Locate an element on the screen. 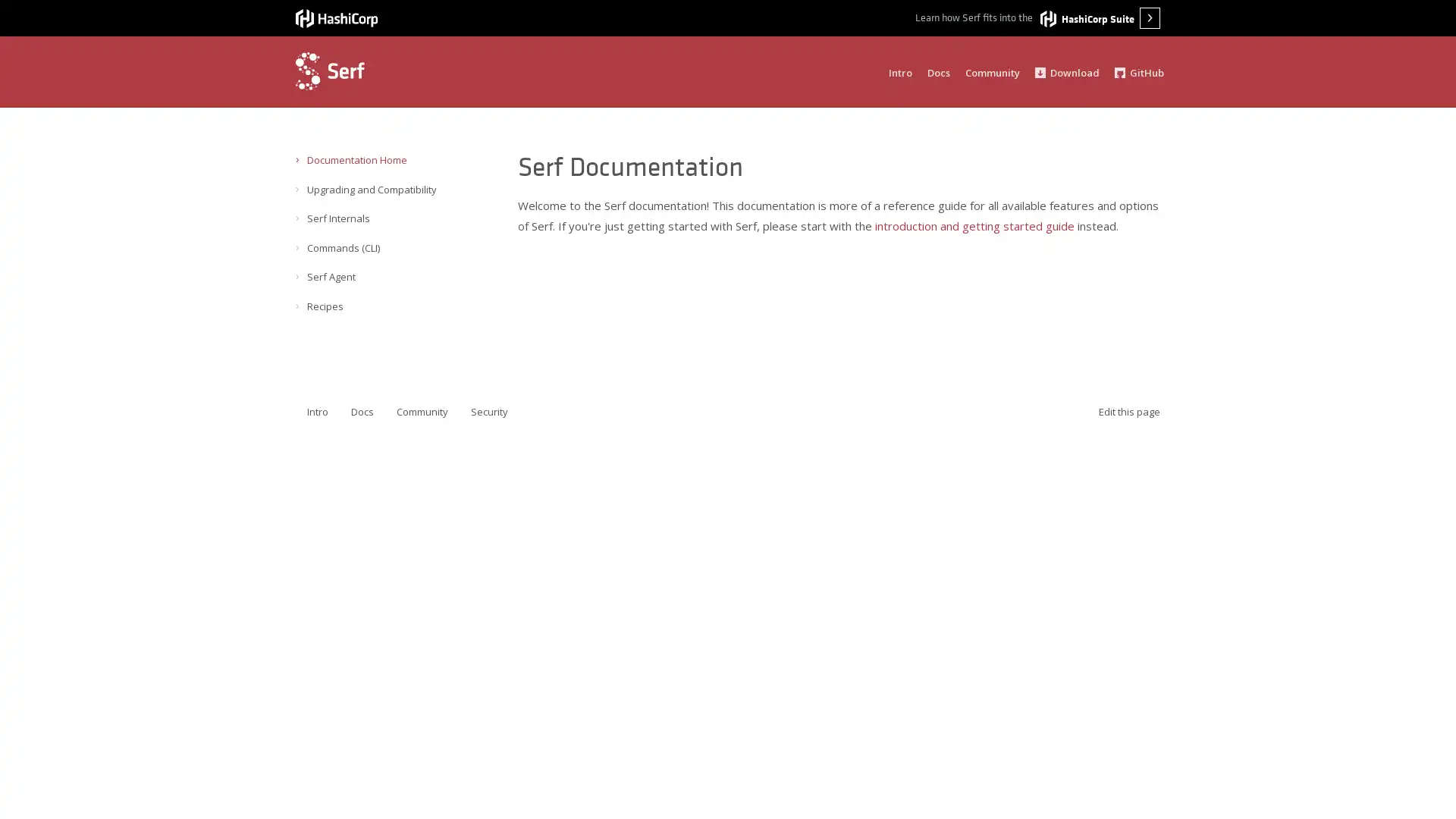  HashiCorp Logo HashiCorp Suite Open is located at coordinates (1100, 17).